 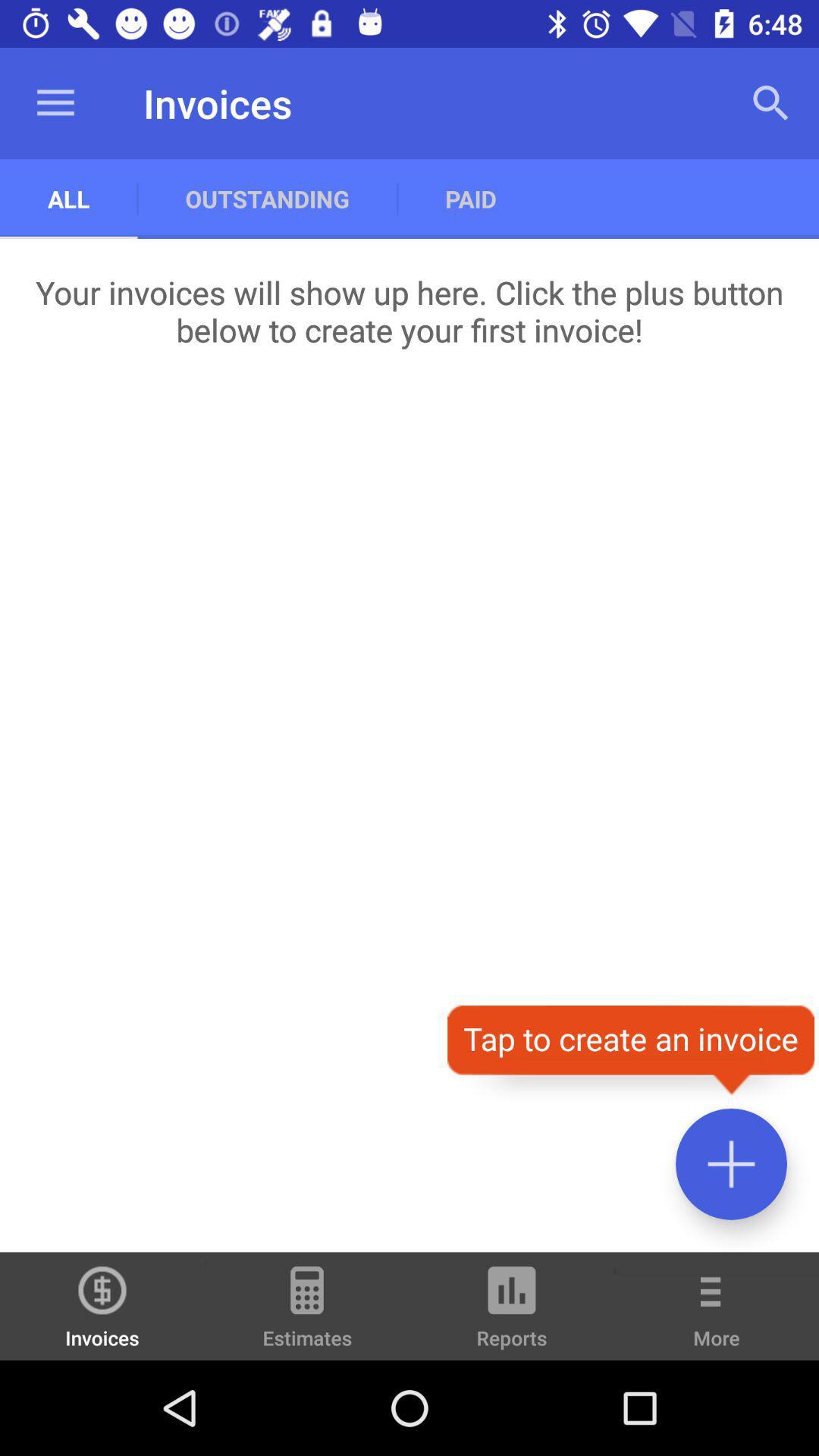 I want to click on reports item, so click(x=512, y=1313).